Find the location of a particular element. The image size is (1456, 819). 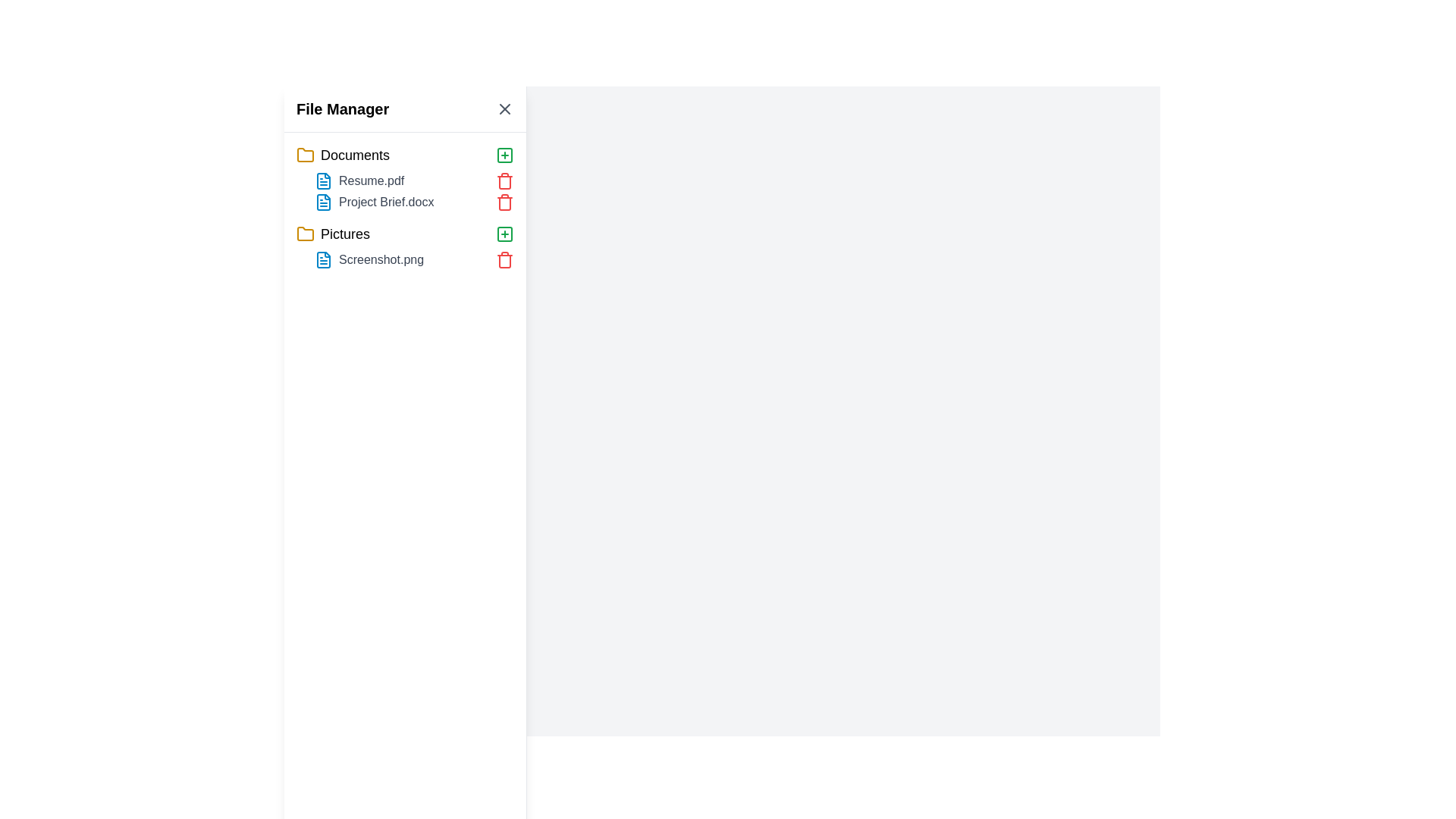

the file icon representing 'Screenshot.png' in the 'Pictures' folder section of the 'File Manager' UI is located at coordinates (323, 259).